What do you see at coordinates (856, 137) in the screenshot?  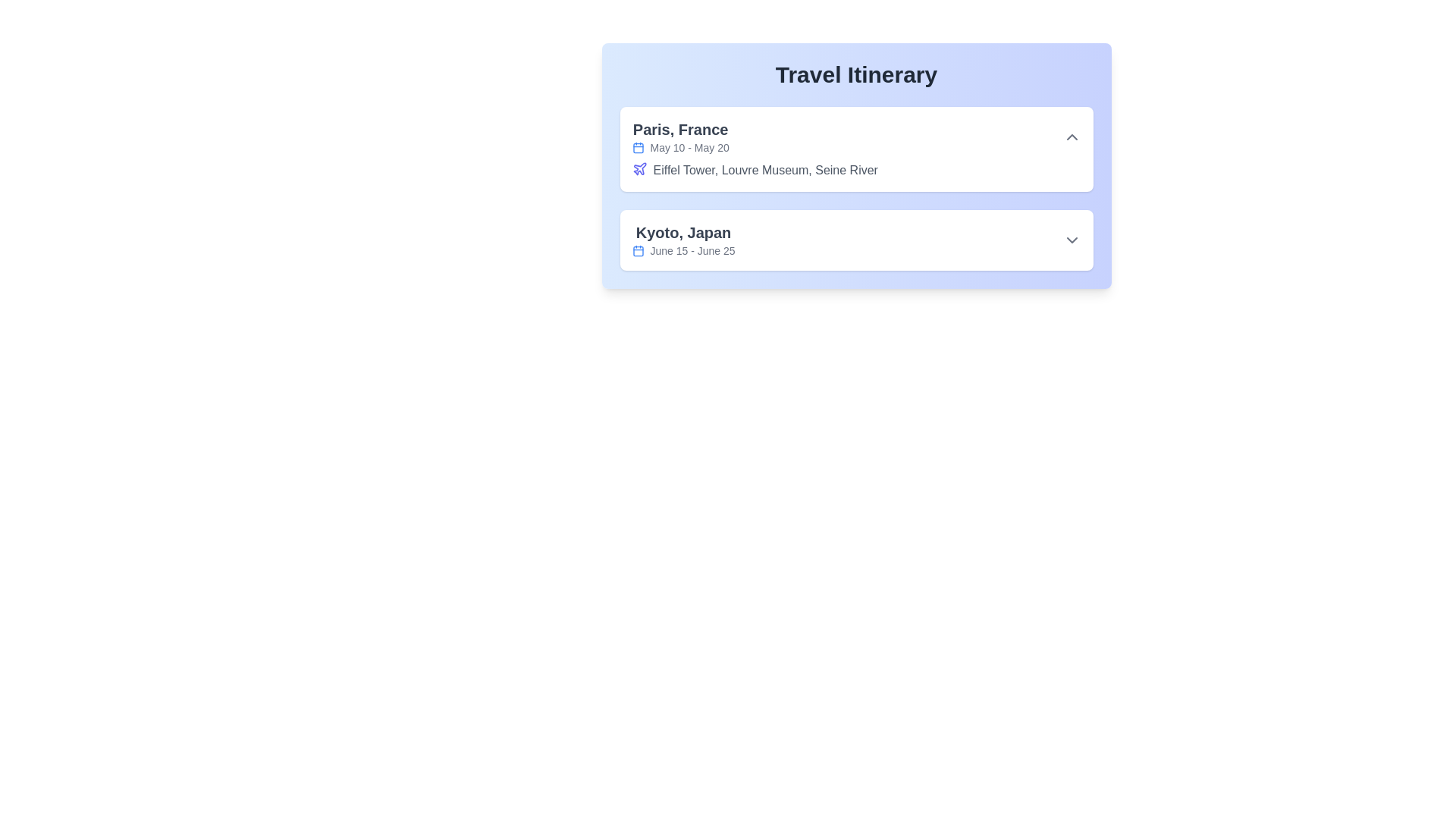 I see `the itinerary title for Paris, France to toggle its details` at bounding box center [856, 137].